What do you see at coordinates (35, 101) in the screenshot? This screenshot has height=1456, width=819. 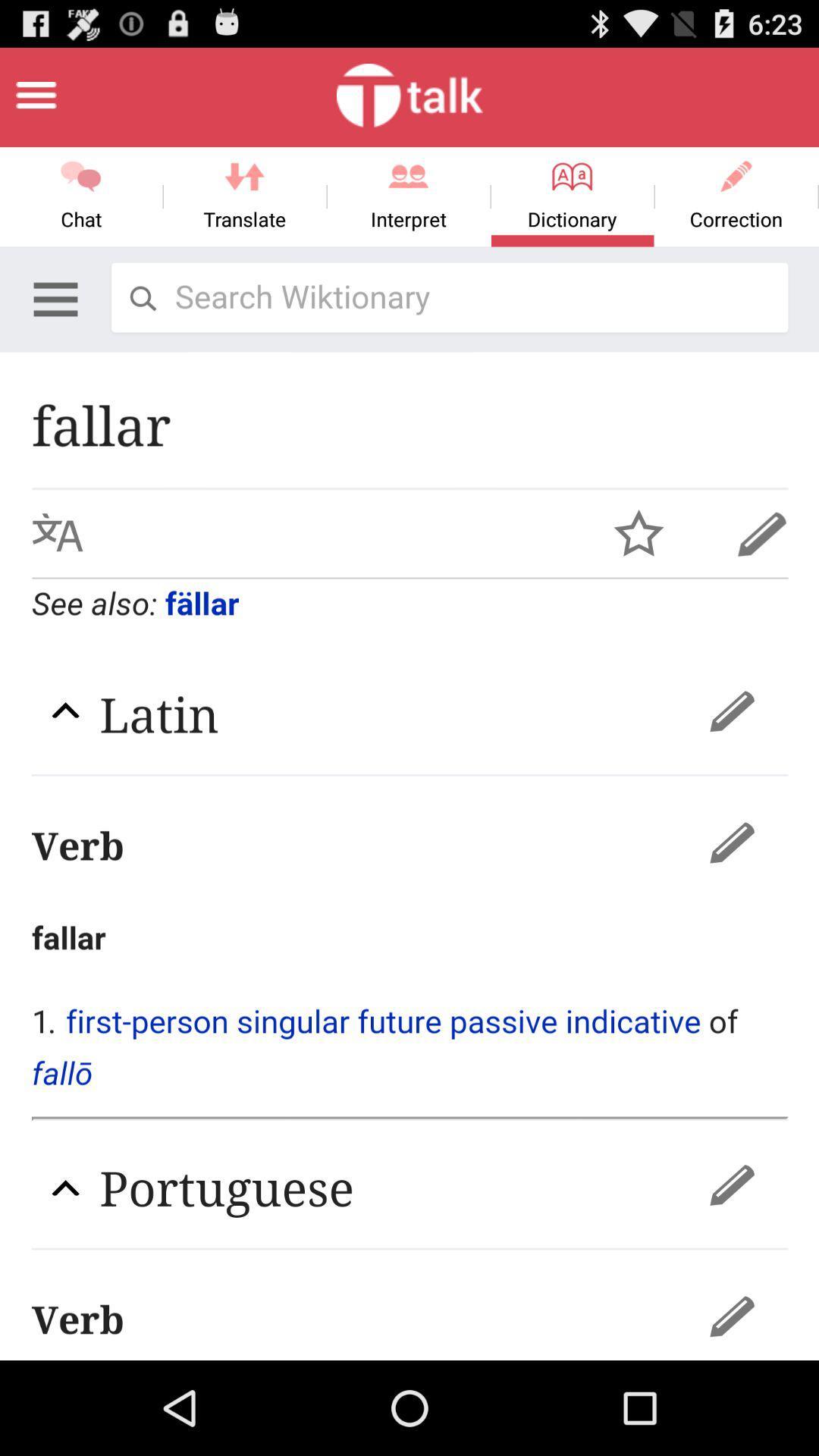 I see `the menu icon` at bounding box center [35, 101].